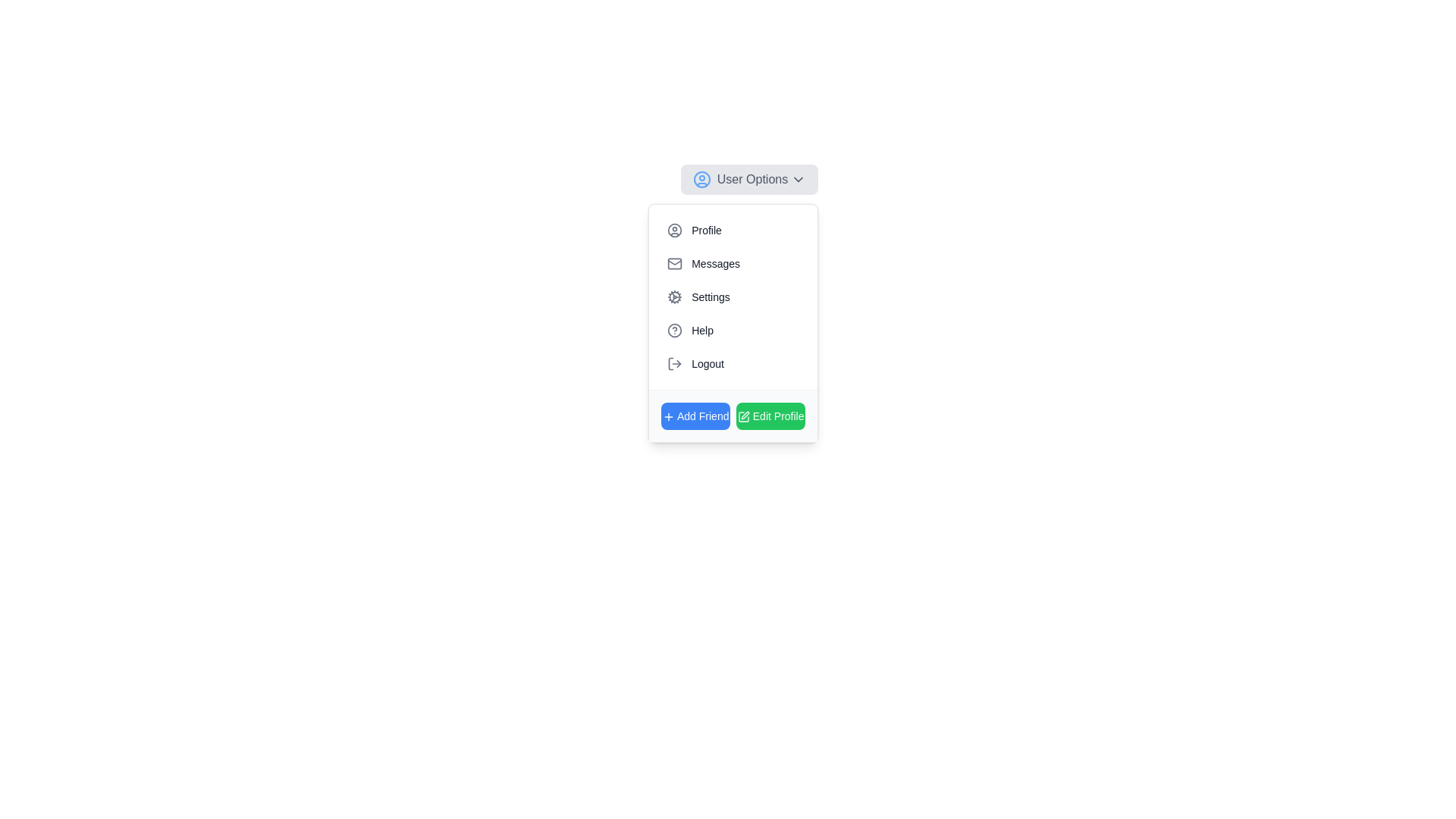 This screenshot has width=1456, height=819. Describe the element at coordinates (701, 178) in the screenshot. I see `the user profile icon located in the top-left corner of the dropdown menu within the 'User Options' section` at that location.